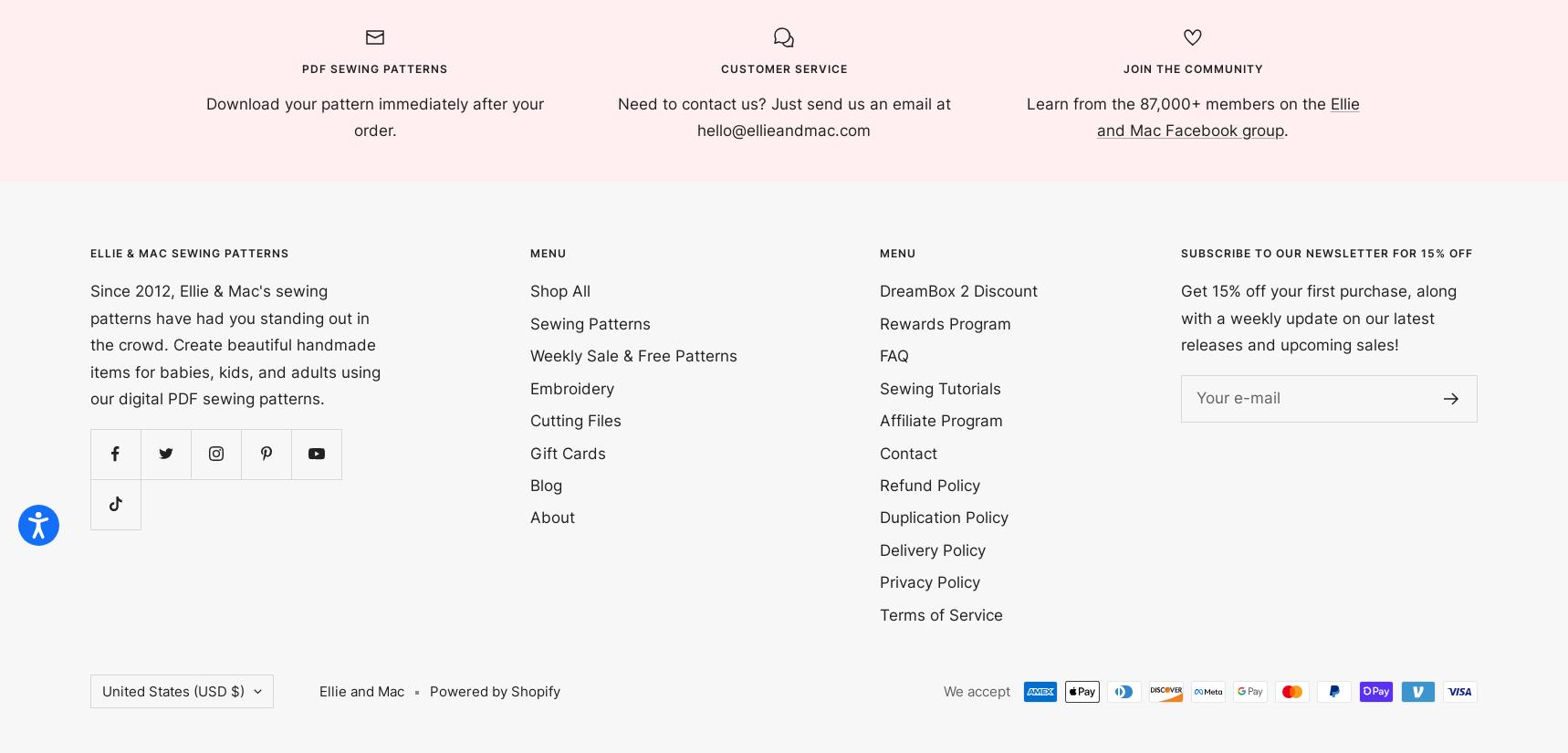 The image size is (1568, 753). Describe the element at coordinates (172, 160) in the screenshot. I see `'Burkina Faso (USD $)'` at that location.